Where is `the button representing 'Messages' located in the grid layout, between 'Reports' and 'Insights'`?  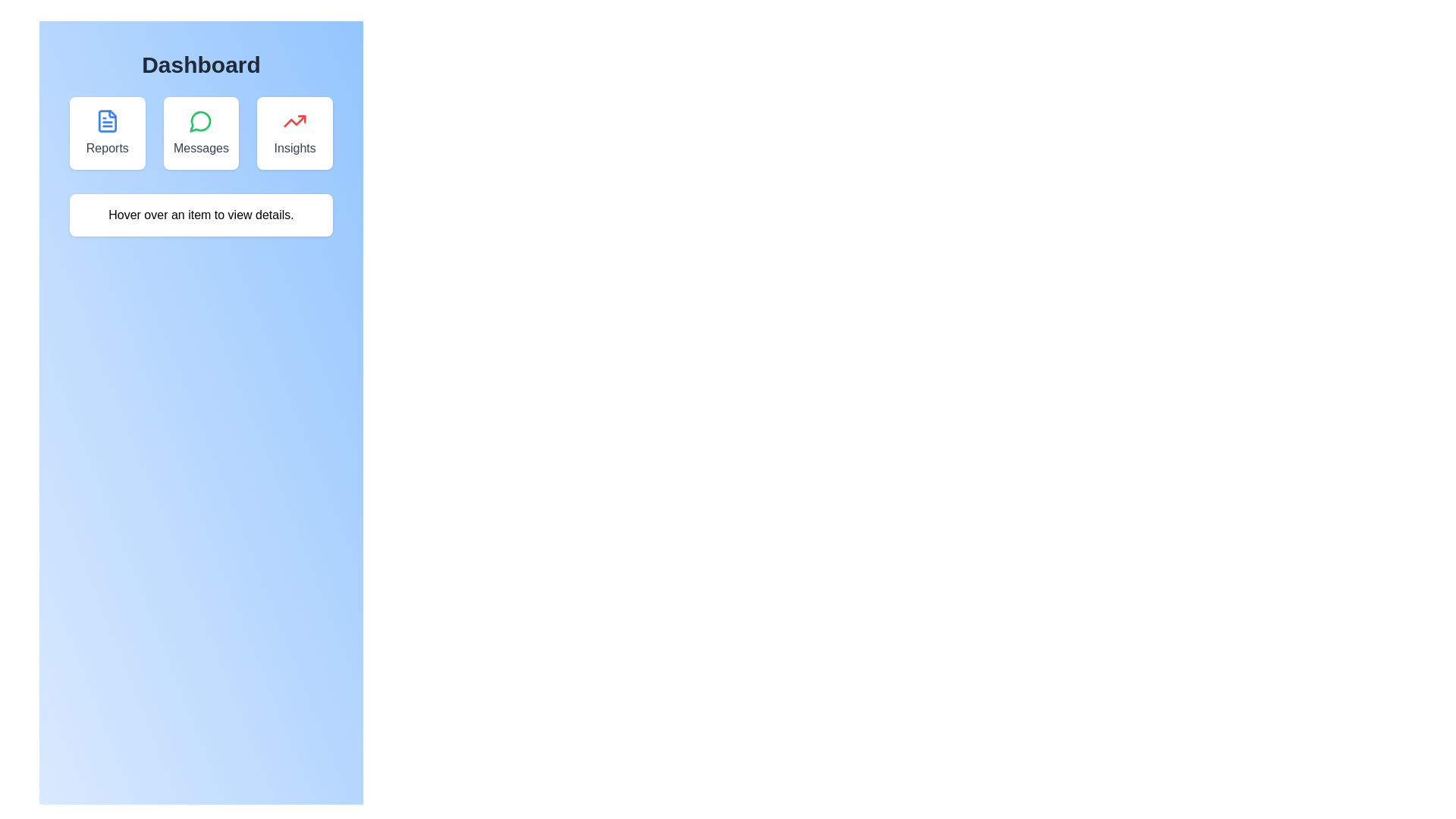 the button representing 'Messages' located in the grid layout, between 'Reports' and 'Insights' is located at coordinates (200, 133).